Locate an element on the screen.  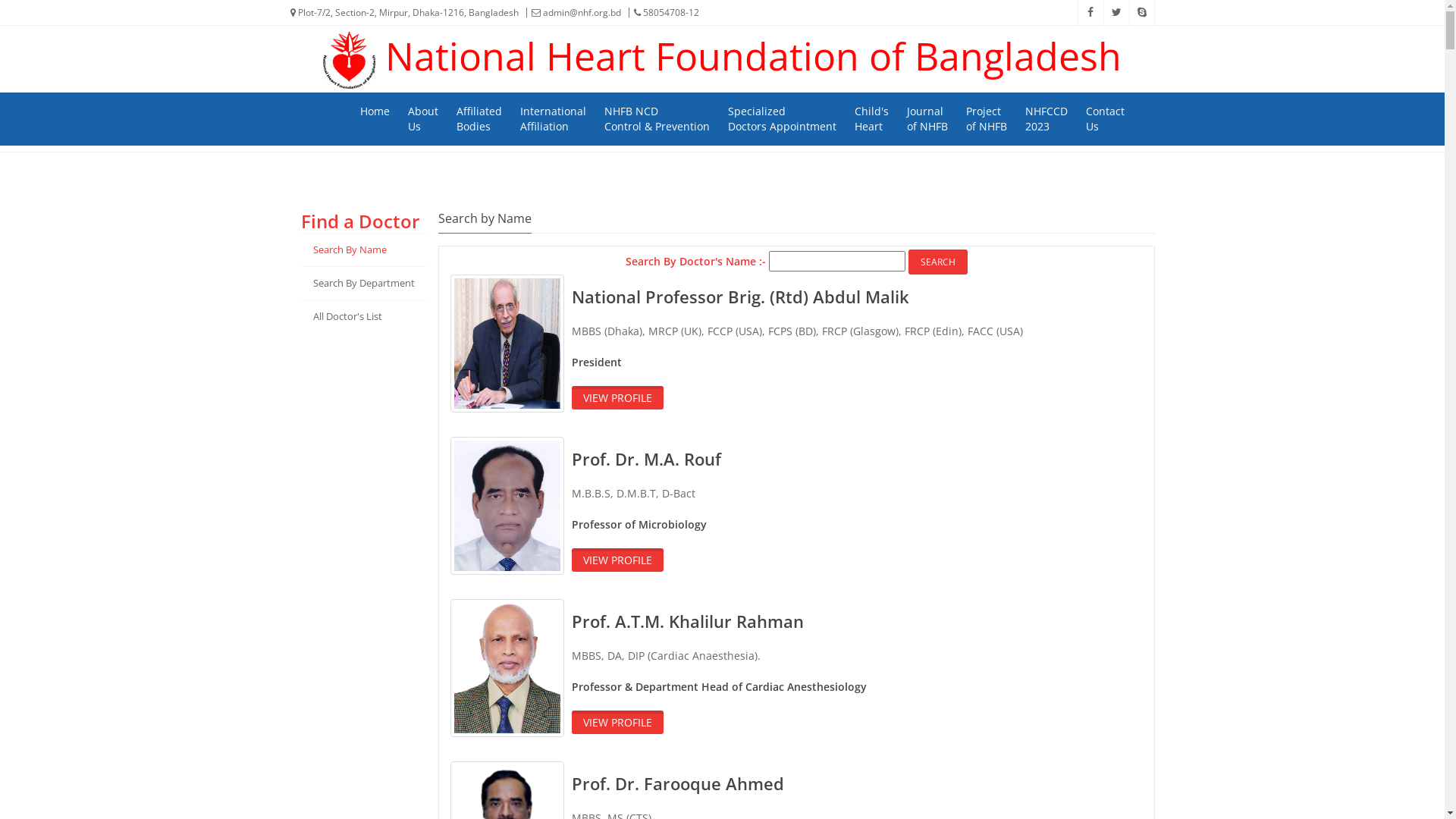
'International is located at coordinates (508, 118).